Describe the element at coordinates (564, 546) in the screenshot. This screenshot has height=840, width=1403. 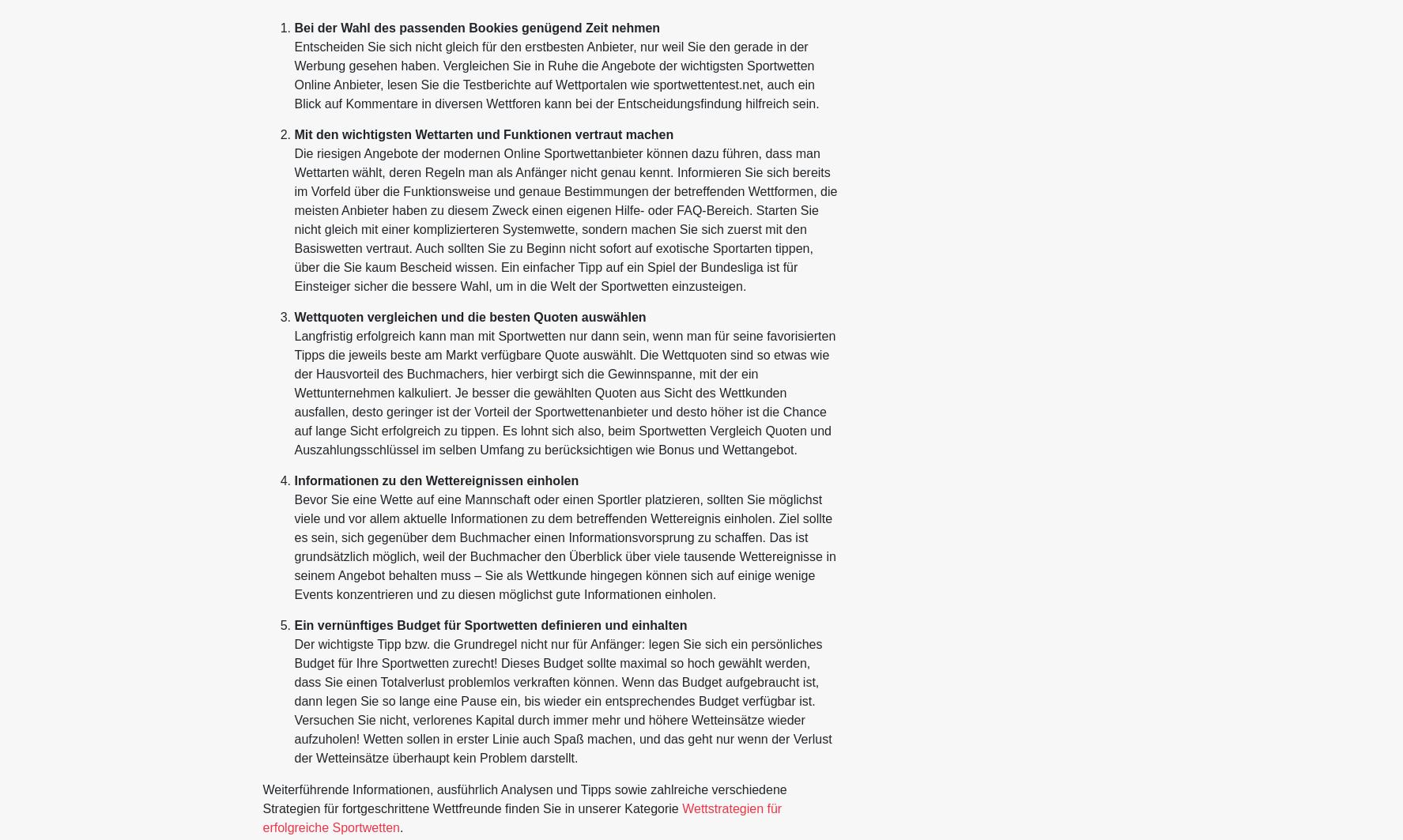
I see `'Bevor Sie eine Wette auf eine Mannschaft oder einen Sportler platzieren, sollten Sie möglichst viele und vor allem aktuelle Informationen zu dem betreffenden Wettereignis einholen. Ziel sollte es sein, sich gegenüber dem Buchmacher einen Informationsvorsprung zu schaffen. Das ist grundsätzlich möglich, weil der Buchmacher den Überblick über viele tausende Wettereignisse in seinem Angebot behalten muss – Sie als Wettkunde hingegen können sich auf einige wenige Events konzentrieren und zu diesen möglichst gute Informationen einholen.'` at that location.